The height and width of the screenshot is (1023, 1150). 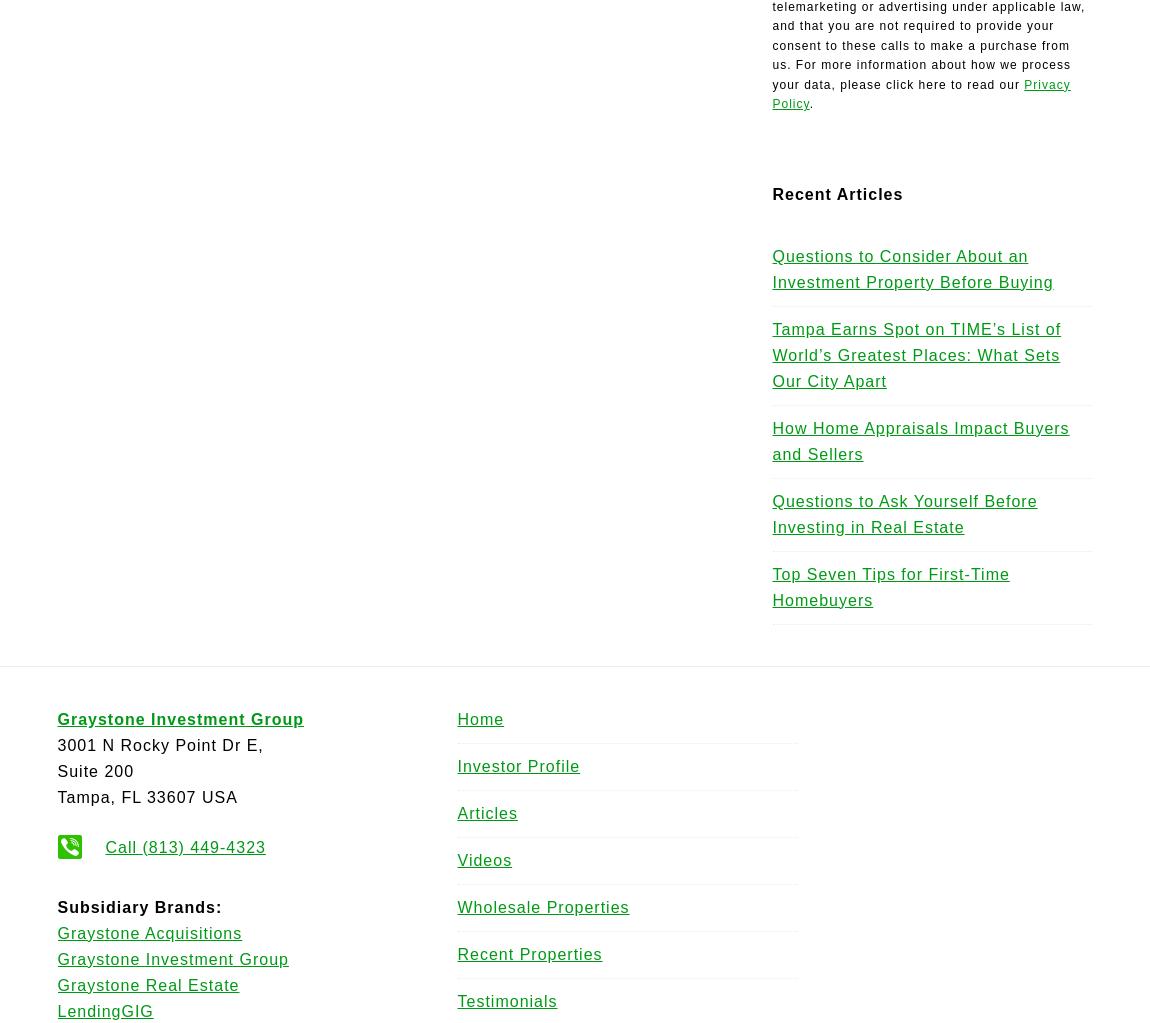 What do you see at coordinates (103, 1009) in the screenshot?
I see `'LendingGIG'` at bounding box center [103, 1009].